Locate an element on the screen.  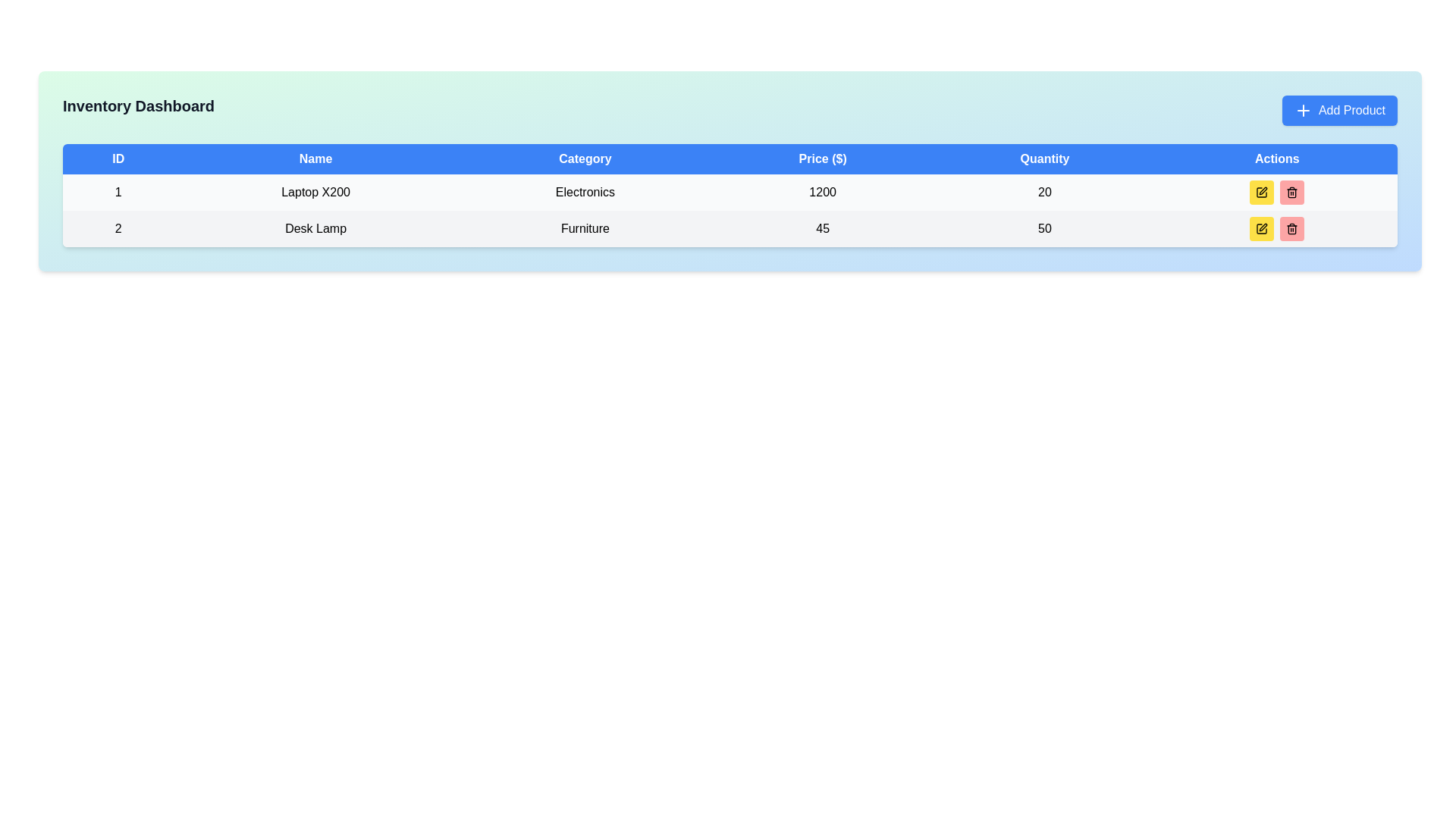
text content of the table cell containing the text '2', which is located in the leading cell of the second row under the 'ID' column header is located at coordinates (118, 228).